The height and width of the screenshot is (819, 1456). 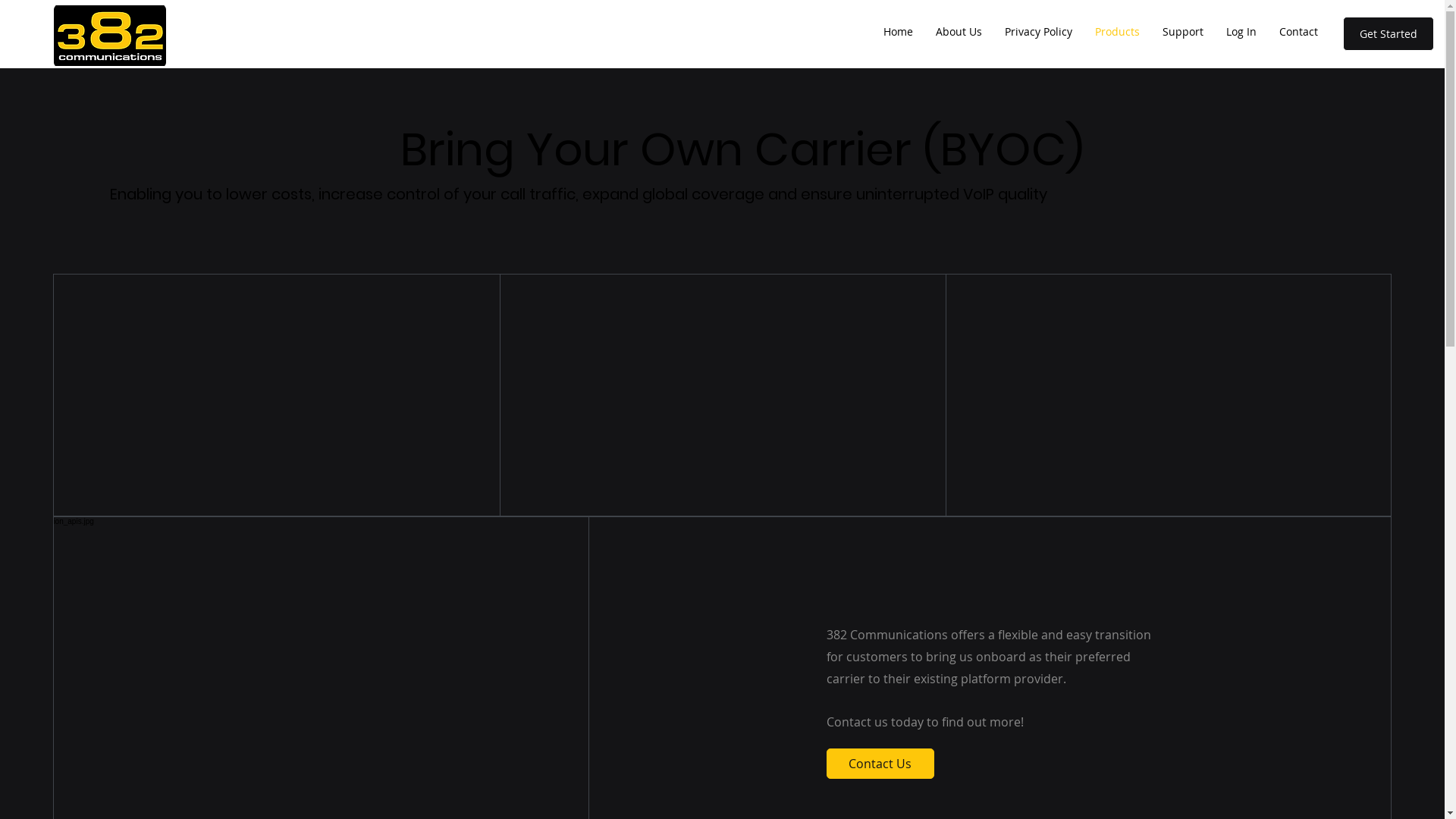 I want to click on 'Contact', so click(x=1298, y=32).